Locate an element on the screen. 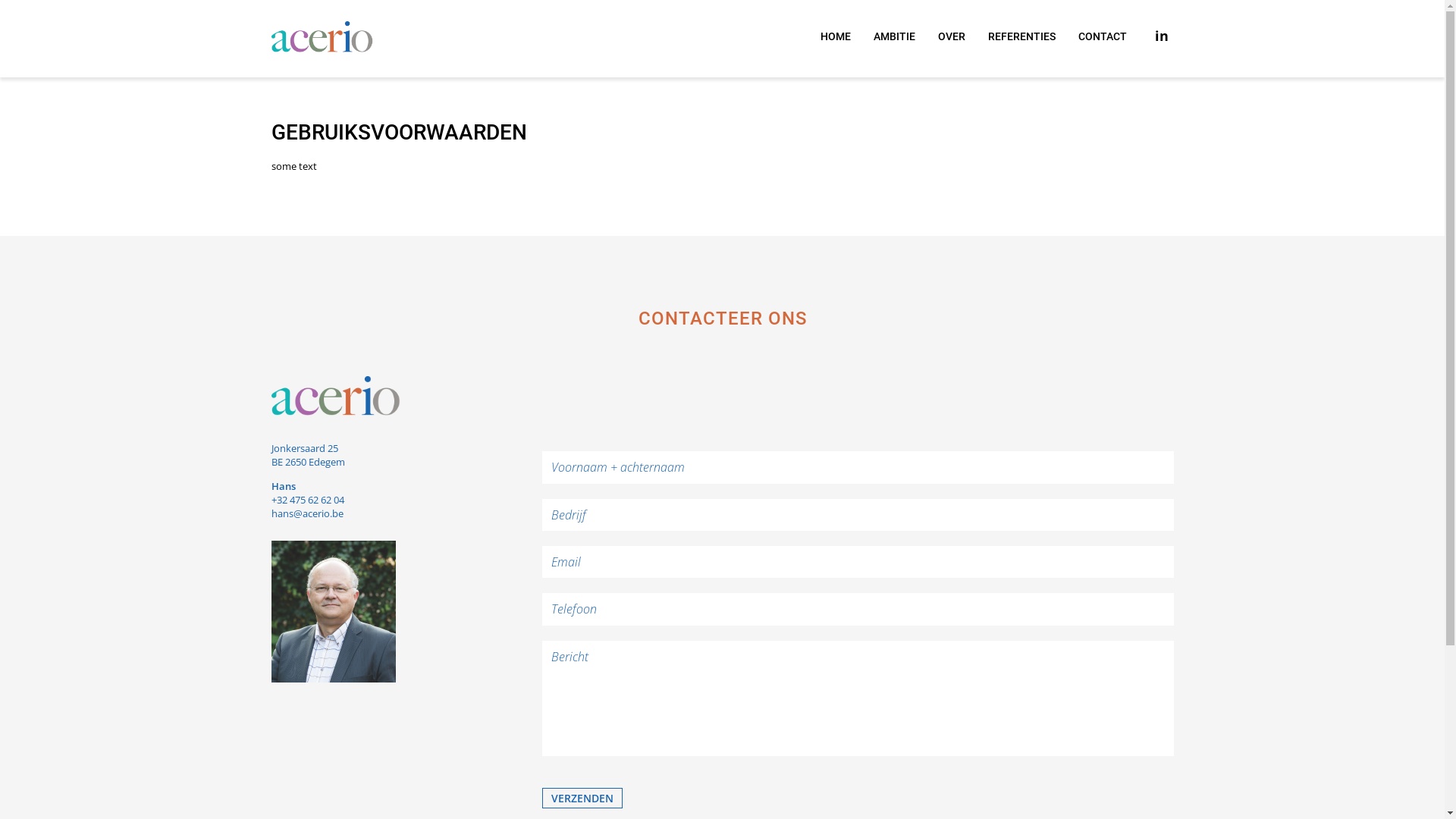 Image resolution: width=1456 pixels, height=819 pixels. 'verzenden' is located at coordinates (581, 797).